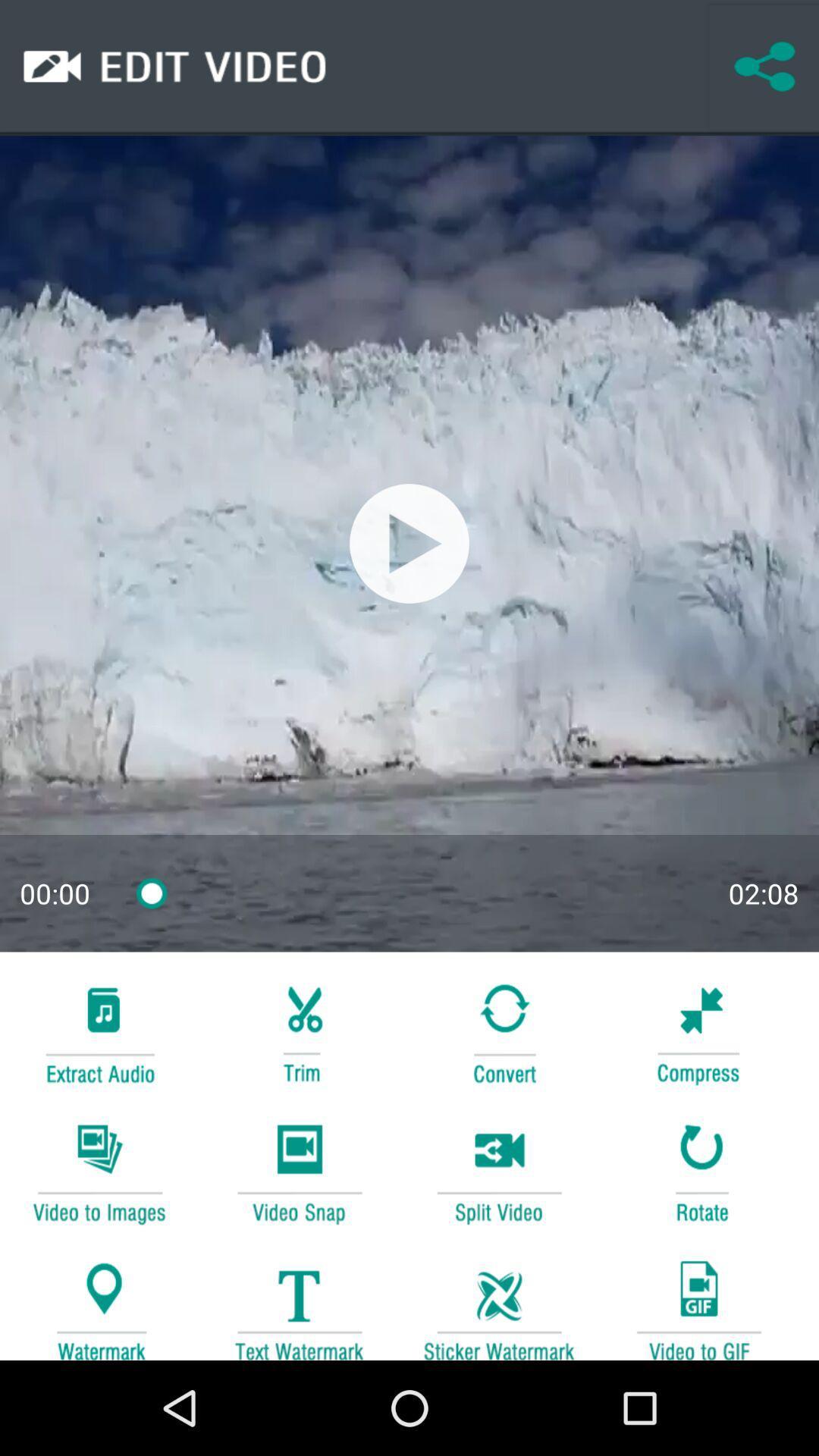 Image resolution: width=819 pixels, height=1456 pixels. Describe the element at coordinates (99, 1031) in the screenshot. I see `extract the audio play` at that location.